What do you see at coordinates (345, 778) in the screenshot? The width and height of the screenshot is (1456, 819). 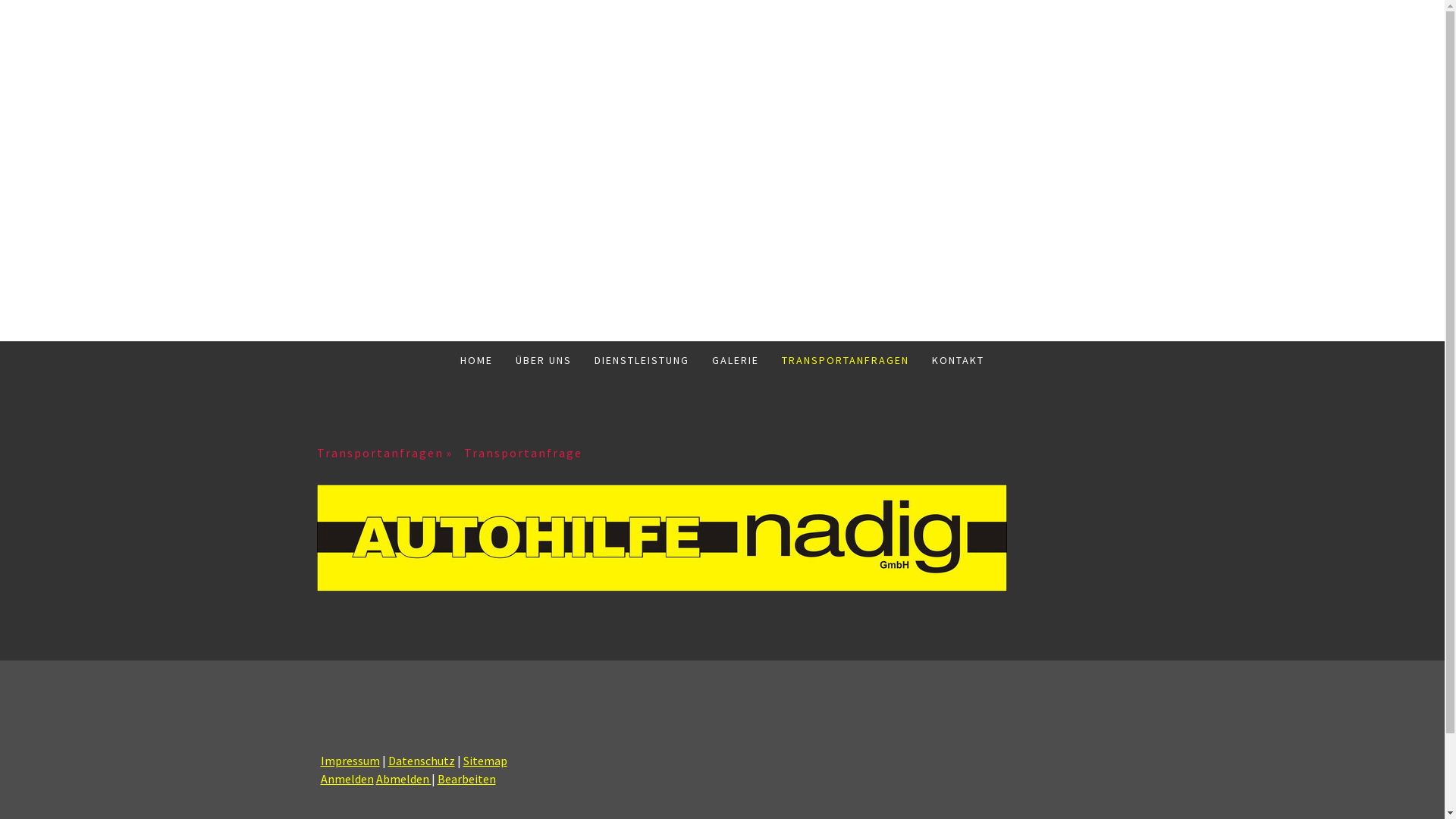 I see `'Anmelden'` at bounding box center [345, 778].